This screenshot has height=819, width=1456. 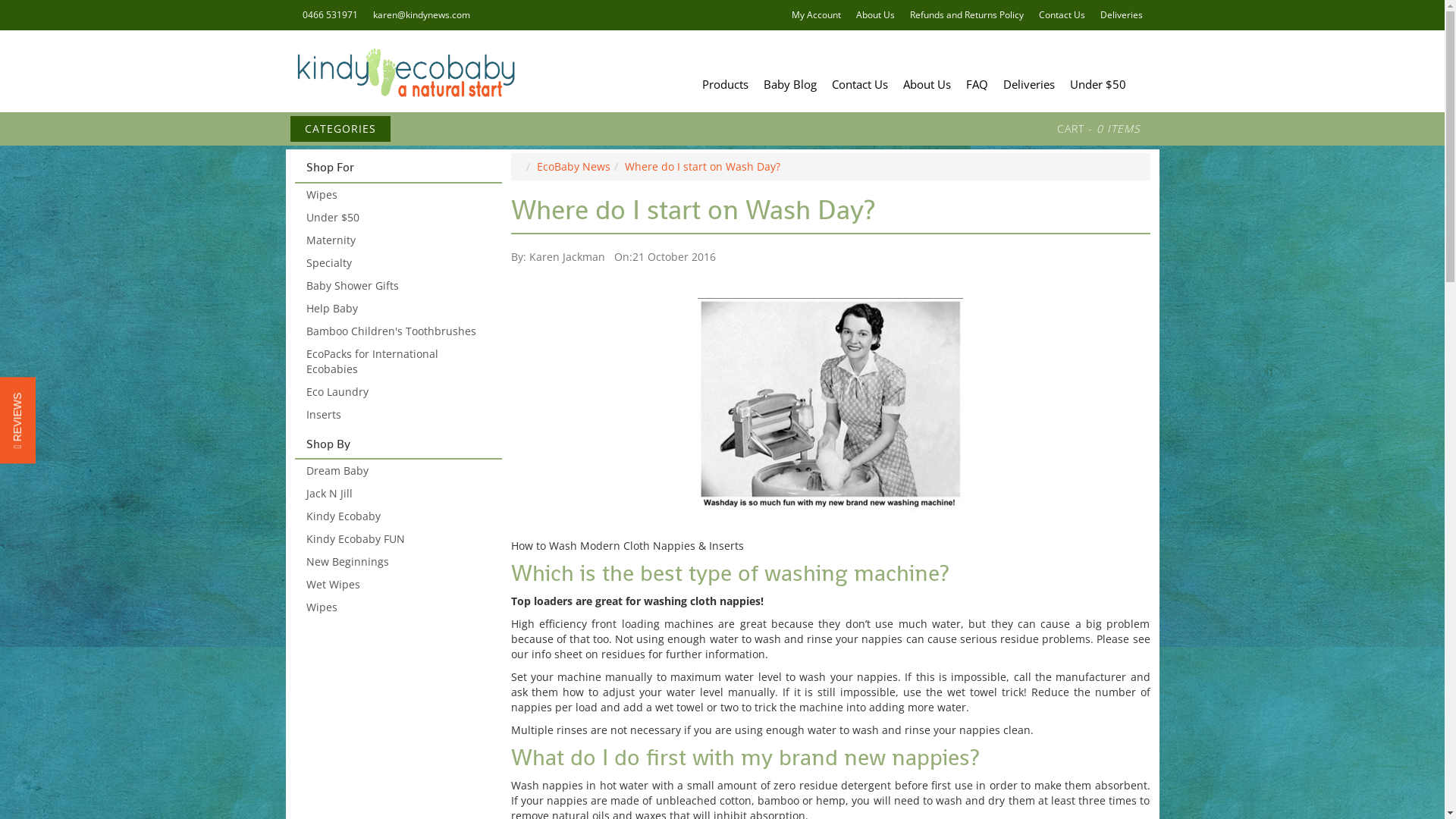 What do you see at coordinates (397, 415) in the screenshot?
I see `'Inserts'` at bounding box center [397, 415].